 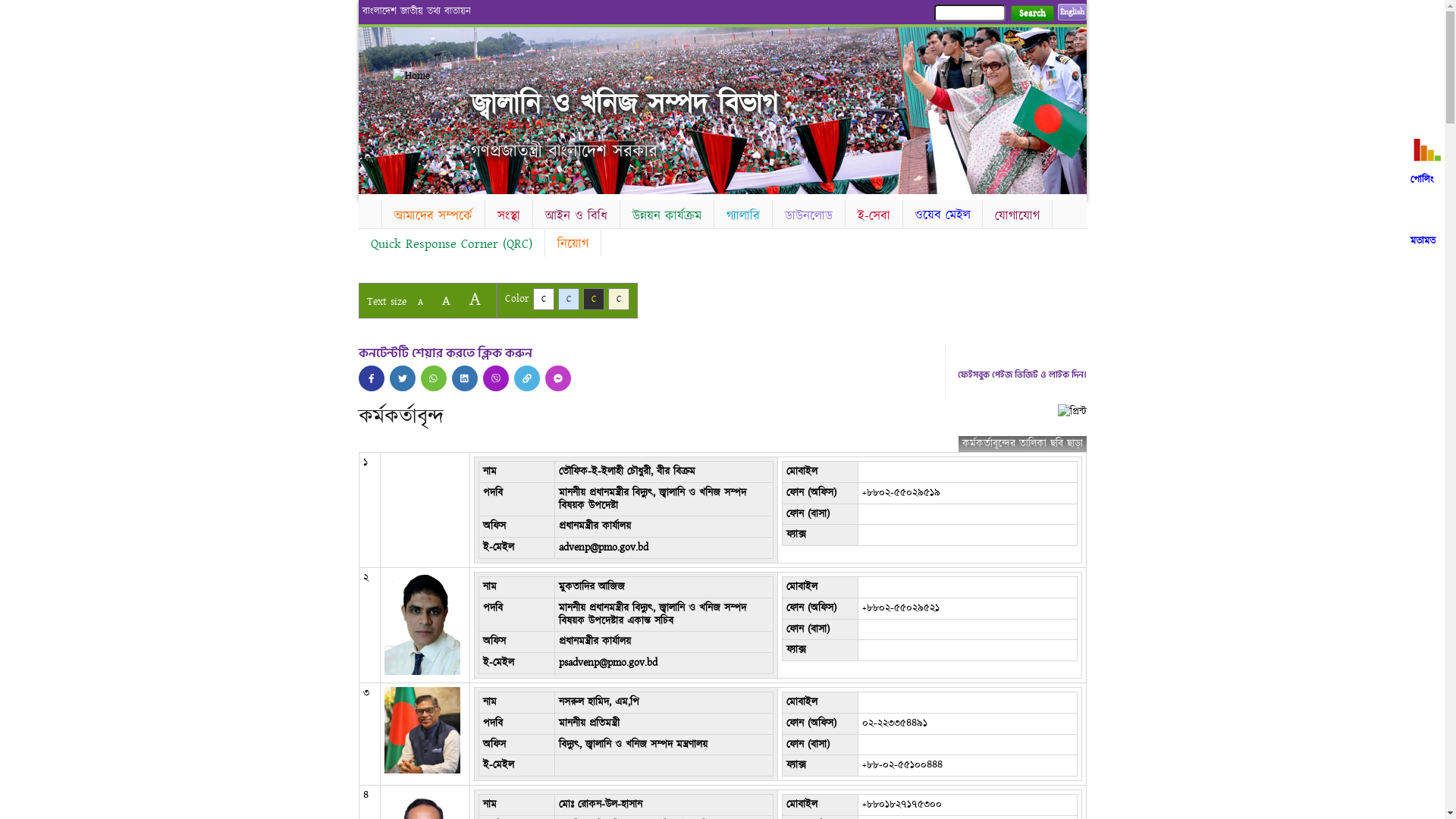 I want to click on 'C', so click(x=567, y=299).